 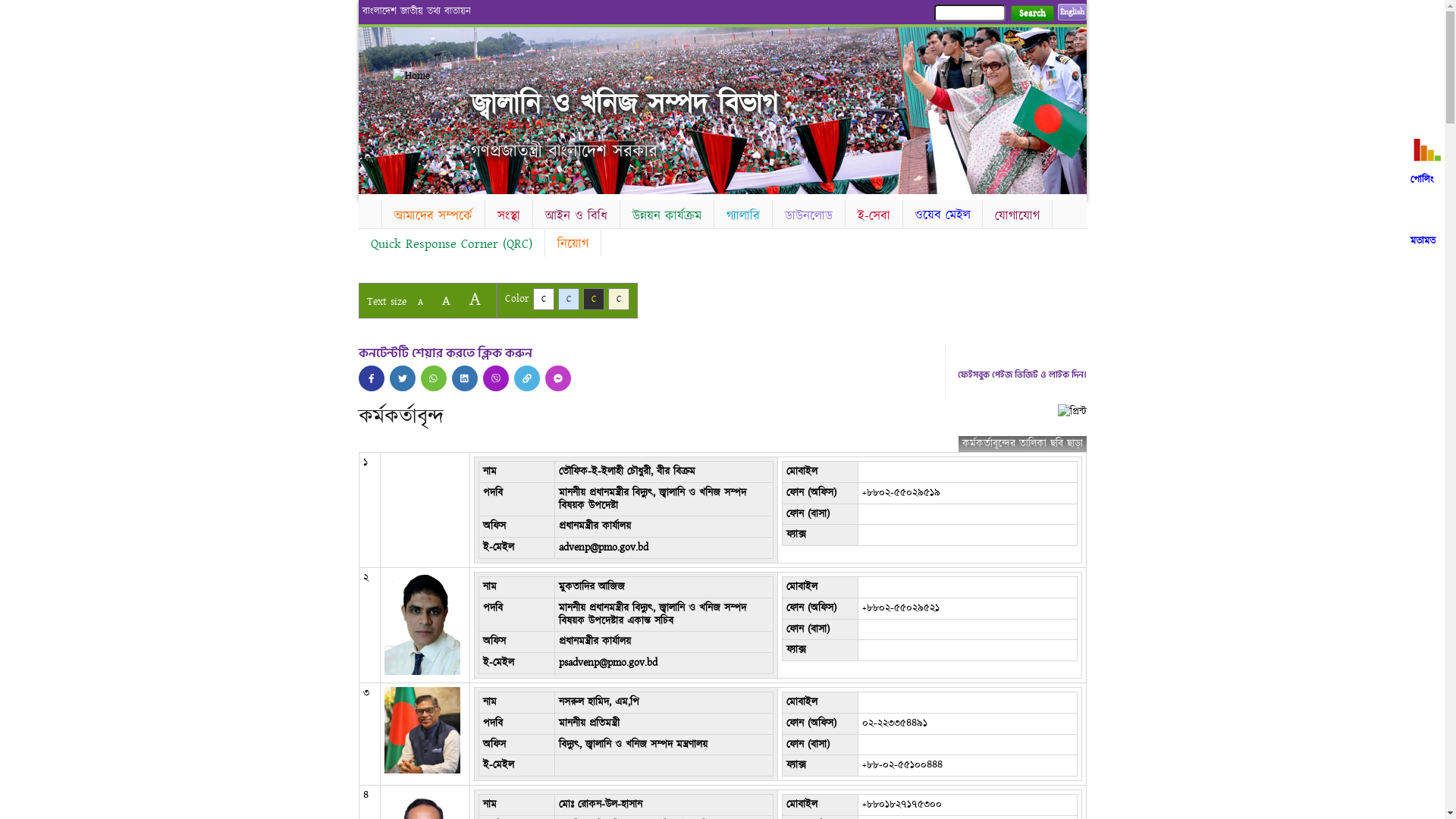 I want to click on 'C', so click(x=567, y=299).